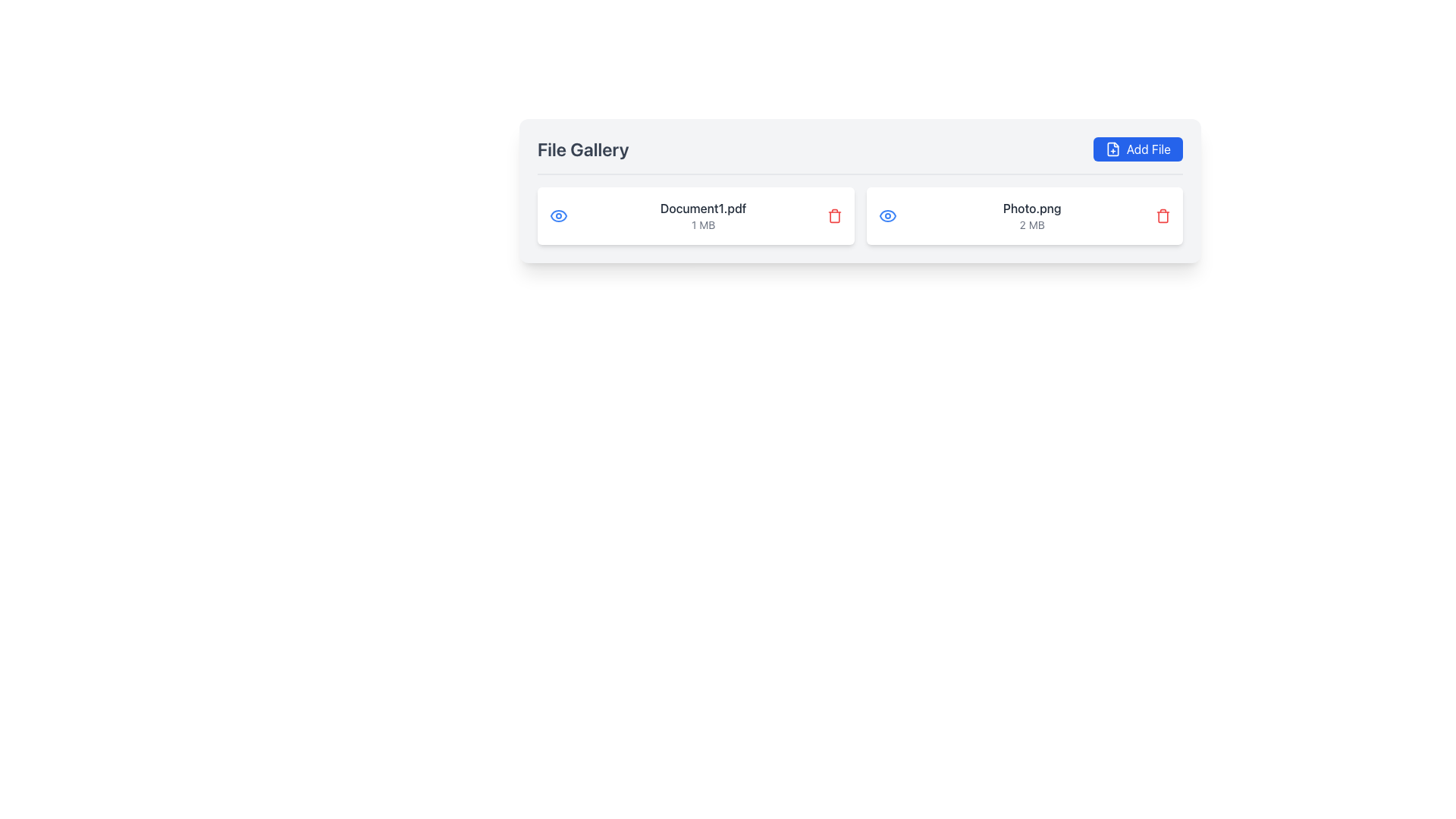 The width and height of the screenshot is (1456, 819). Describe the element at coordinates (1112, 149) in the screenshot. I see `the document icon with a plus sign located to the left of the 'Add File' label` at that location.